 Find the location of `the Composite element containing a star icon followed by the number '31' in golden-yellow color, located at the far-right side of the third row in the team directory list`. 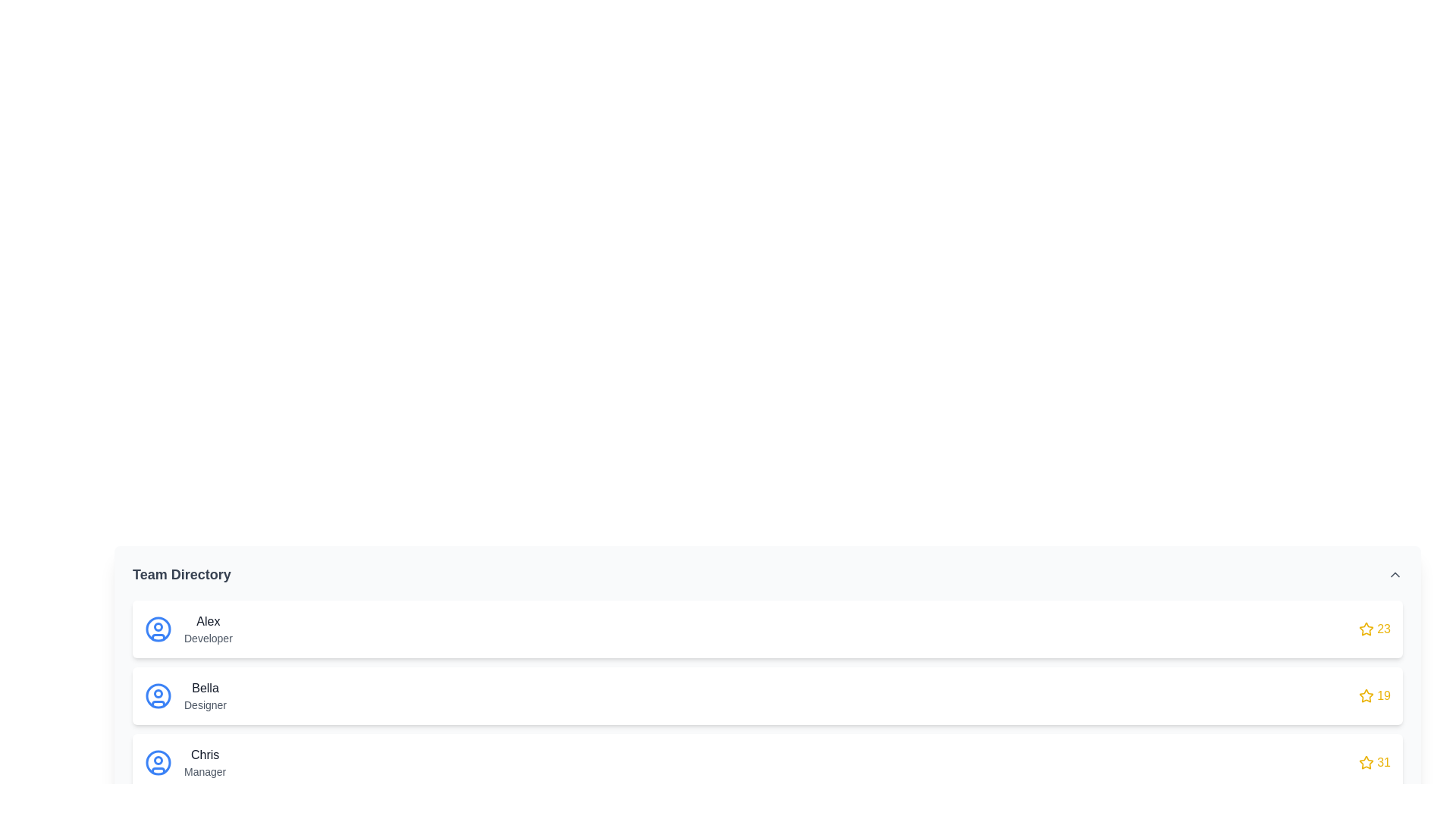

the Composite element containing a star icon followed by the number '31' in golden-yellow color, located at the far-right side of the third row in the team directory list is located at coordinates (1375, 763).